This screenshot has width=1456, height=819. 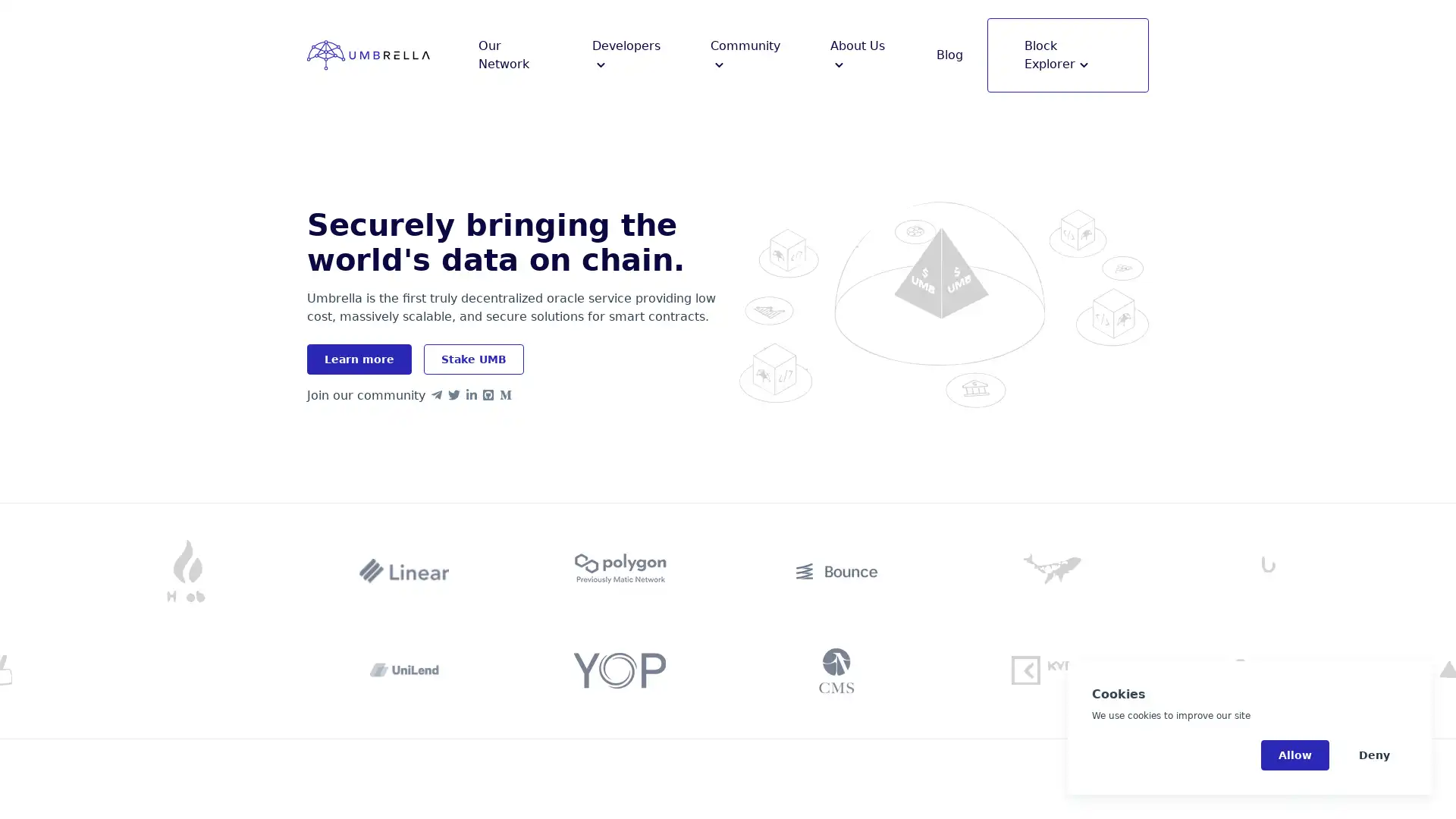 What do you see at coordinates (1294, 755) in the screenshot?
I see `Allow` at bounding box center [1294, 755].